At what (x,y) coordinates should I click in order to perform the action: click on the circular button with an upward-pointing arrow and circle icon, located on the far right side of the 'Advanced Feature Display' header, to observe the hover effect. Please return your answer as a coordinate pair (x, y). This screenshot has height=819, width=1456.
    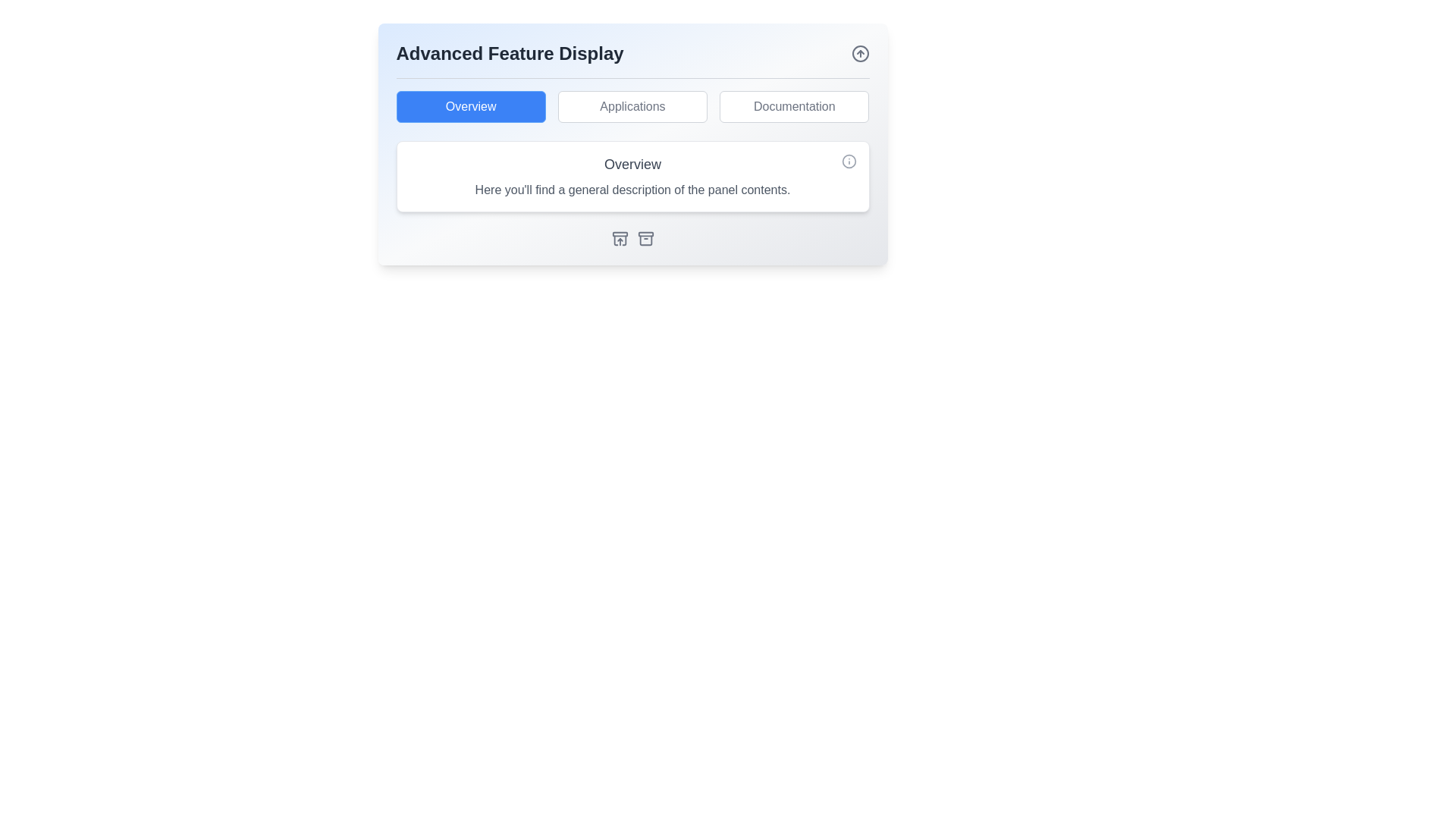
    Looking at the image, I should click on (860, 52).